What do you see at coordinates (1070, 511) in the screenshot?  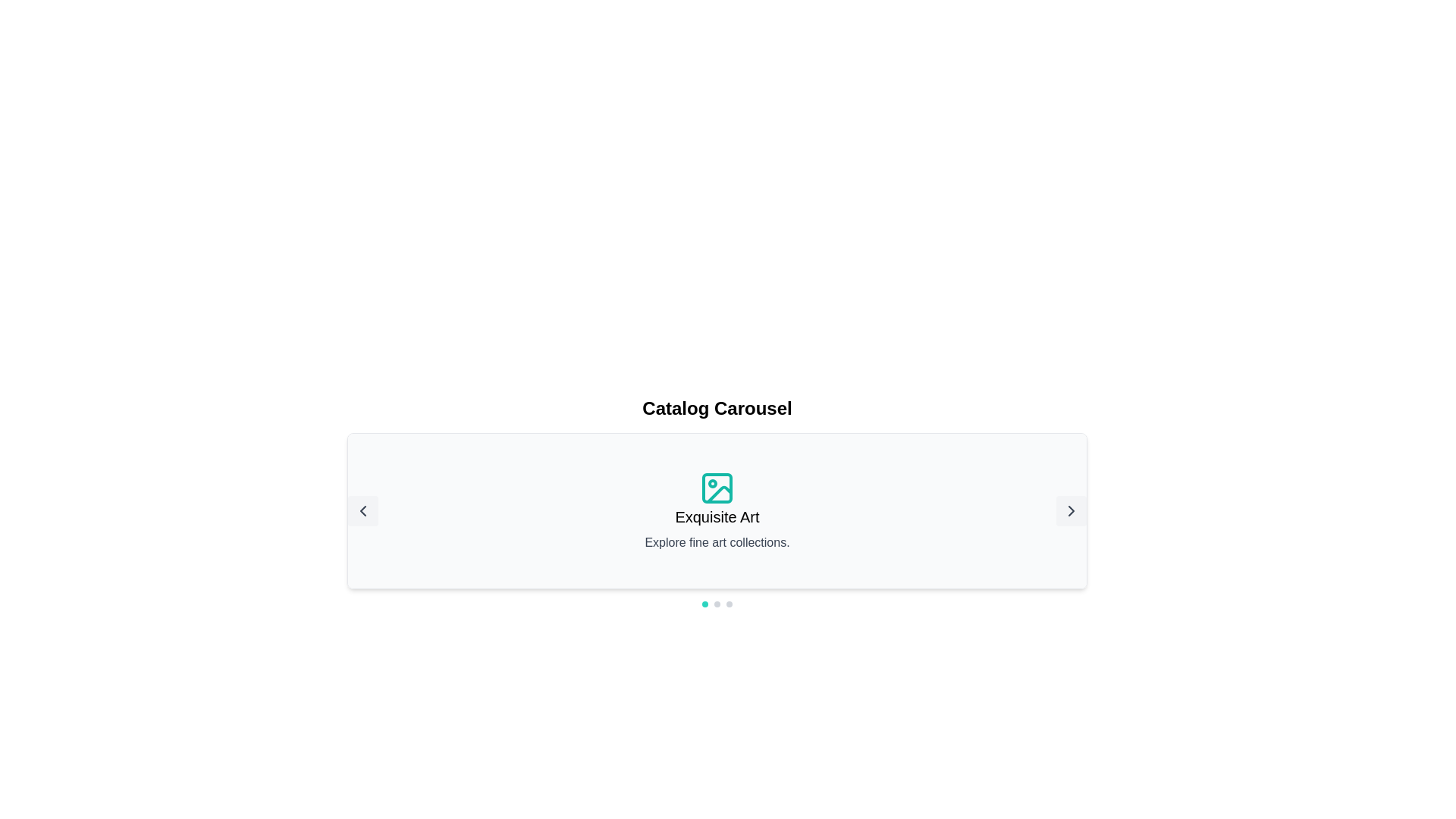 I see `the right-pointing chevron icon located at the right edge of a carousel navigation interface` at bounding box center [1070, 511].